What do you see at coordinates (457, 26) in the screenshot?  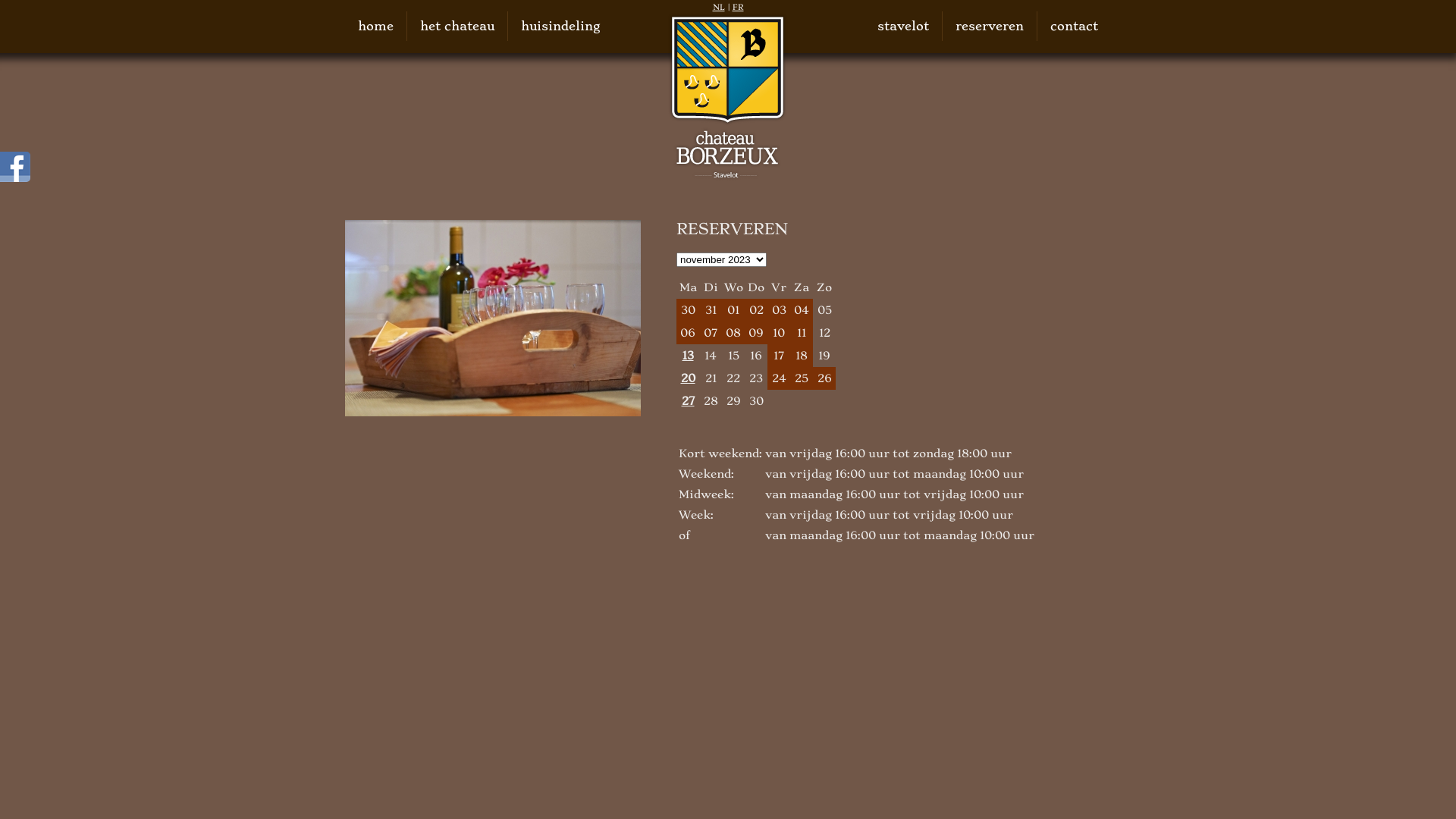 I see `'het chateau'` at bounding box center [457, 26].